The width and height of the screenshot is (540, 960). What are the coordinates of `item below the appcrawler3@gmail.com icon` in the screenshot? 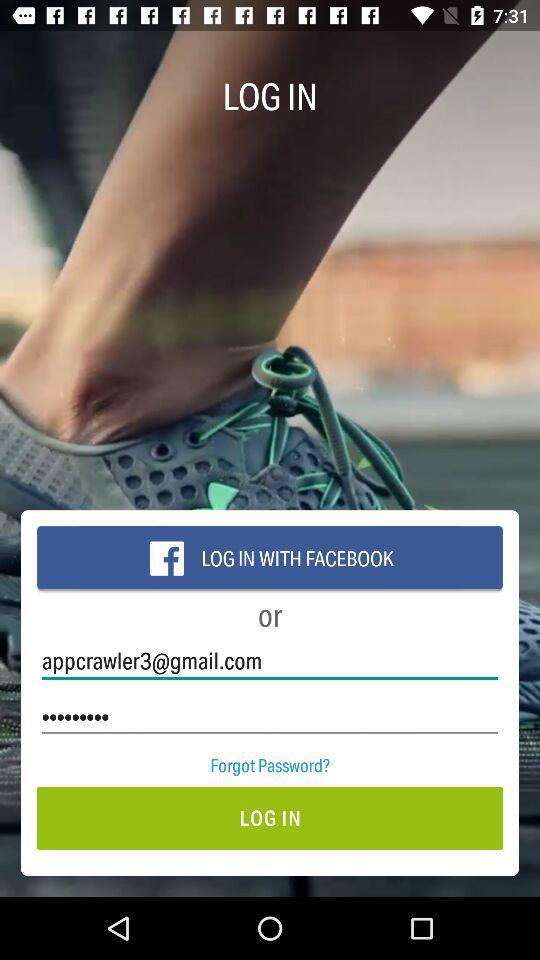 It's located at (270, 716).